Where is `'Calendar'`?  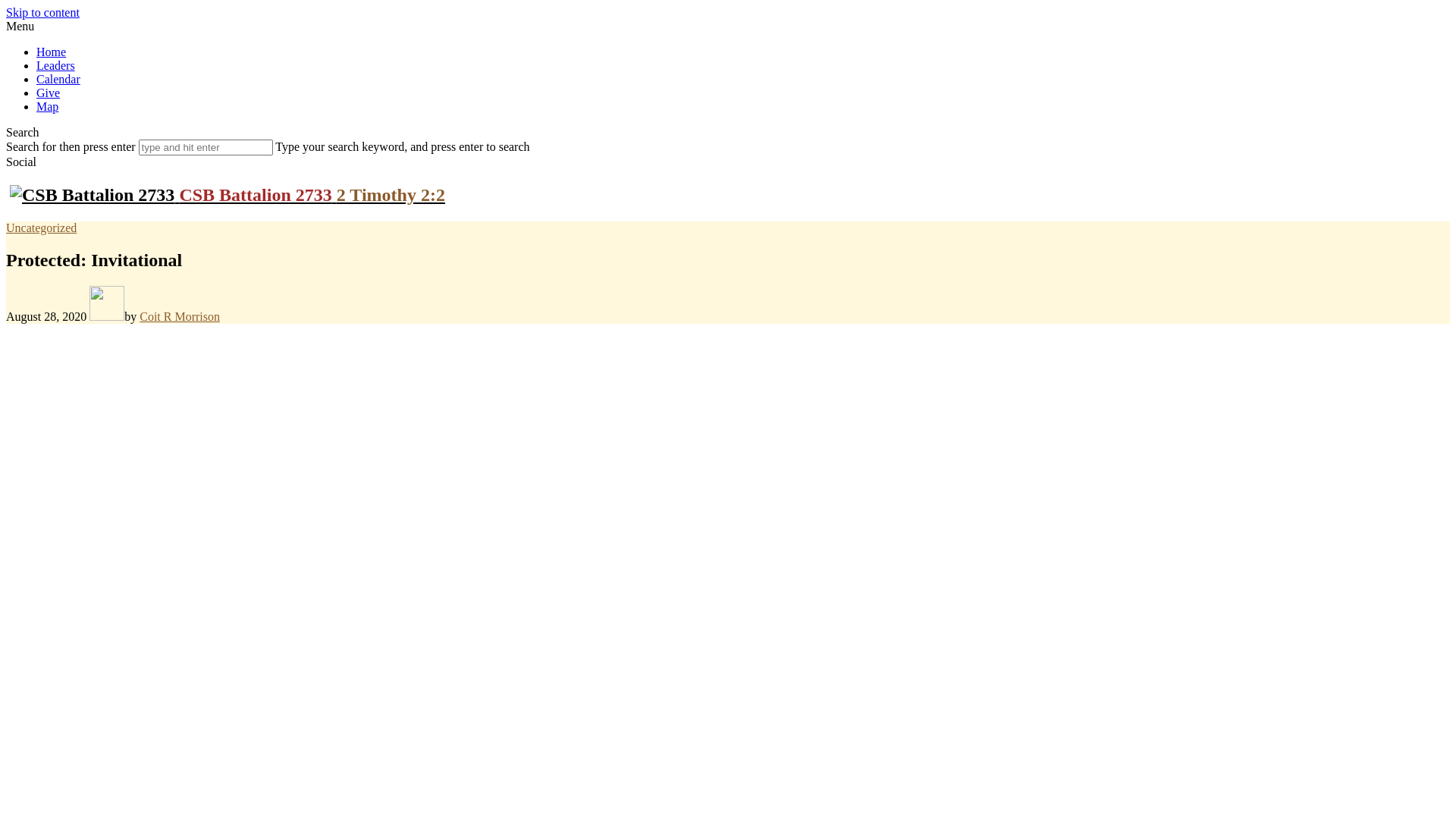 'Calendar' is located at coordinates (58, 79).